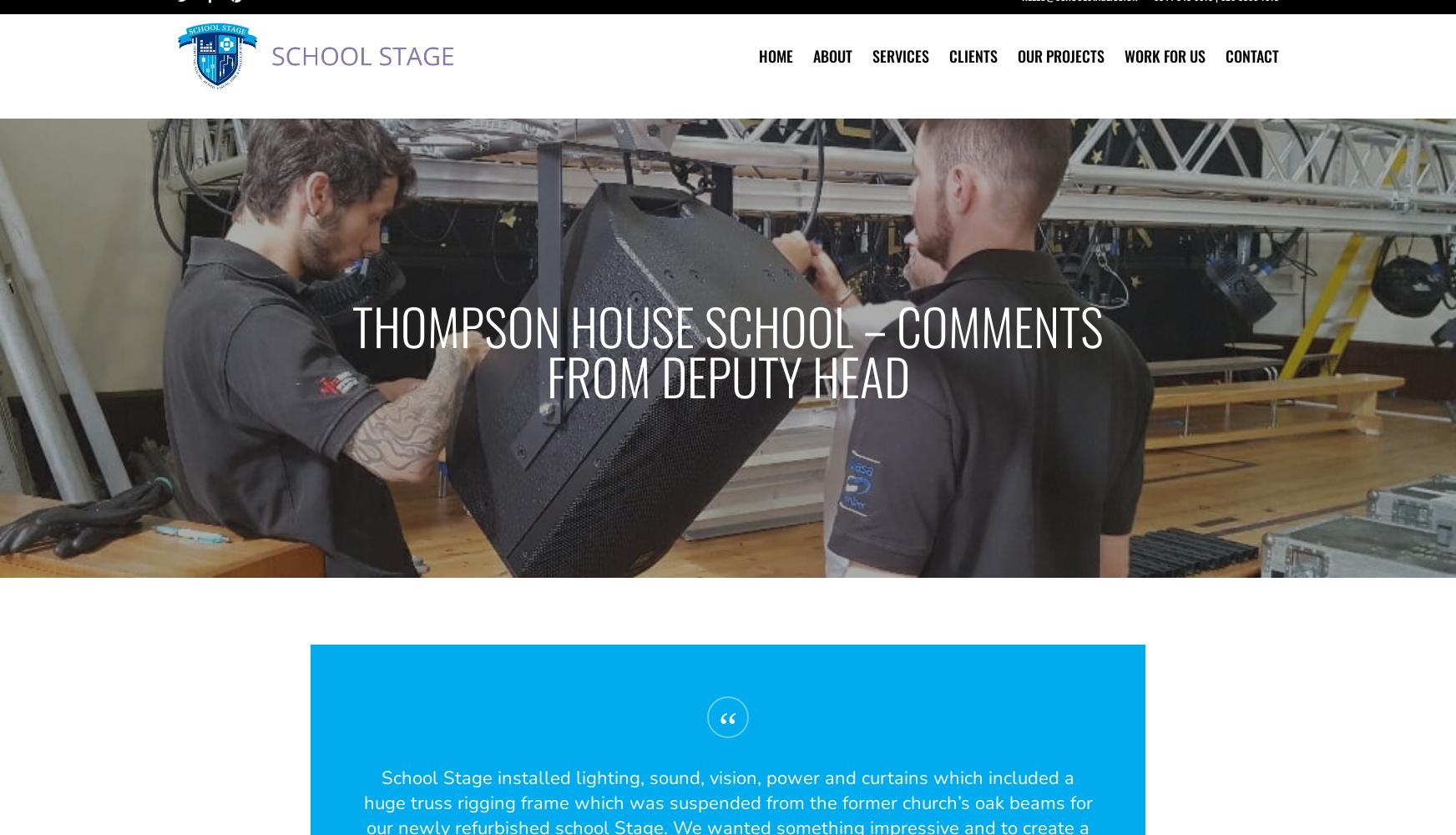 This screenshot has width=1456, height=835. I want to click on 'Clients', so click(973, 76).